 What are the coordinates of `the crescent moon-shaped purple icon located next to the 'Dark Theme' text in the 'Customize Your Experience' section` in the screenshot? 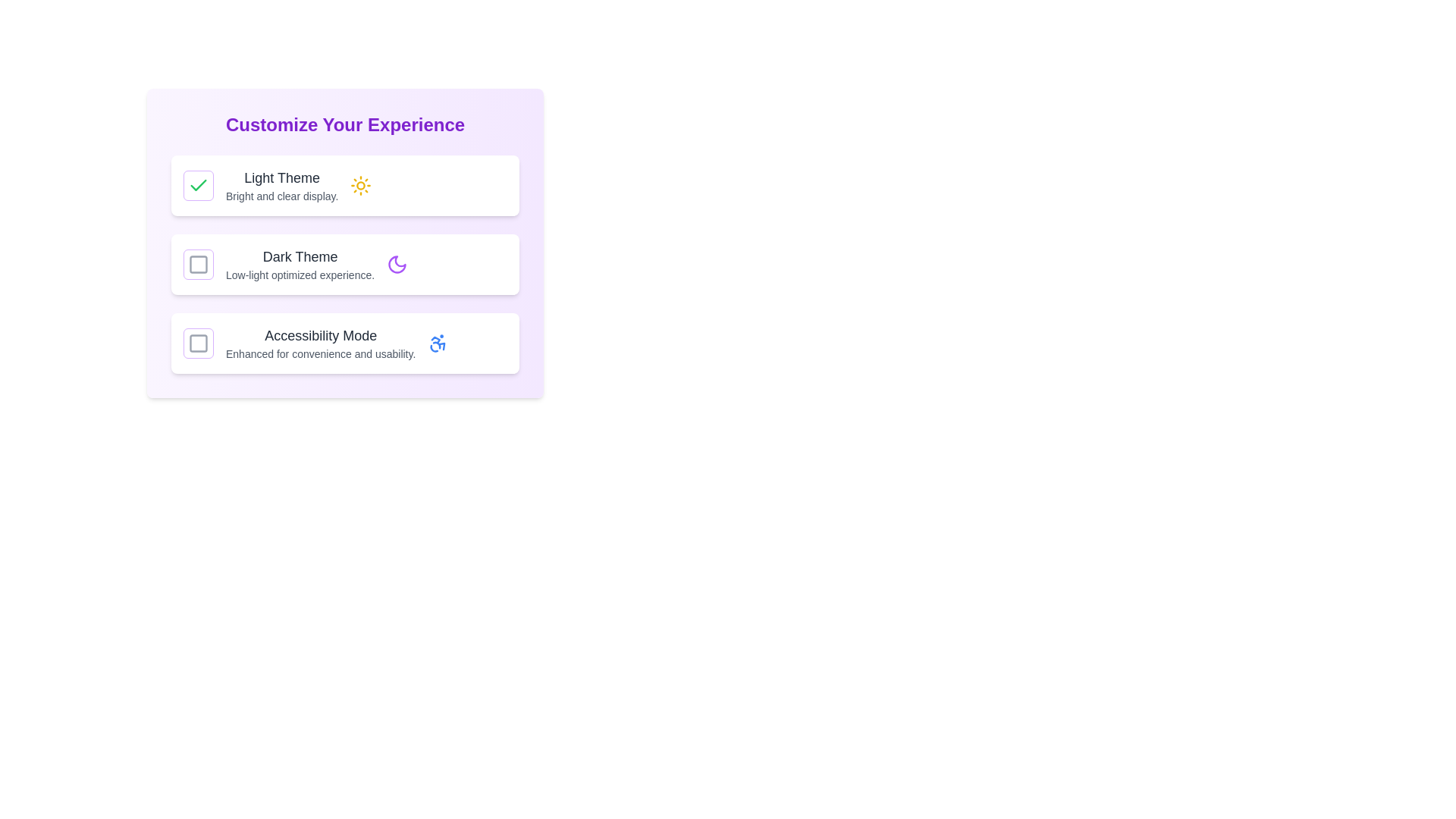 It's located at (397, 263).